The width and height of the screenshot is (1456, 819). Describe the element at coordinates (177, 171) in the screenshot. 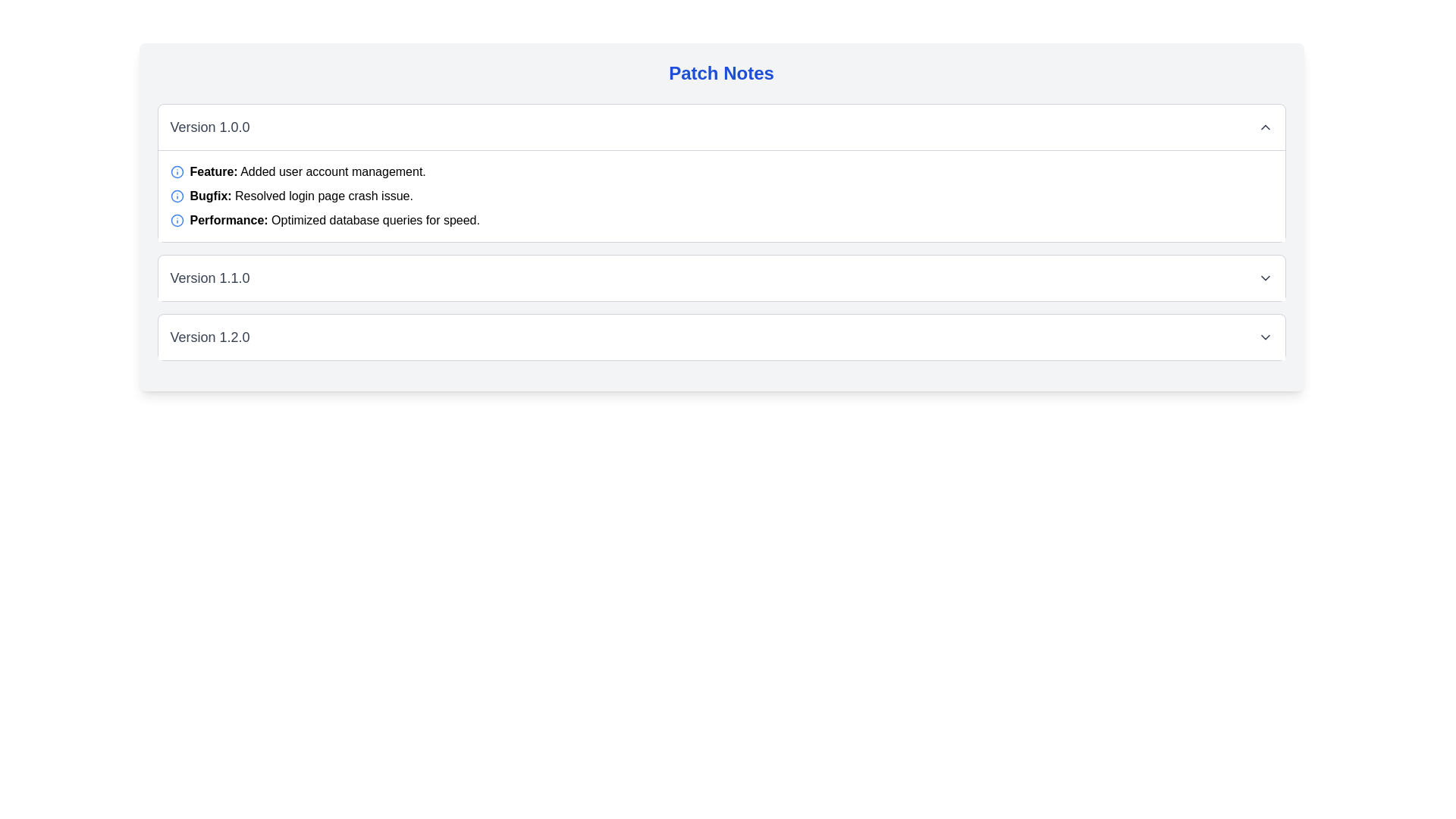

I see `the icon located to the left of the text 'Feature: Added user account management' in the first item of the patch notes under 'Version 1.0.0'` at that location.